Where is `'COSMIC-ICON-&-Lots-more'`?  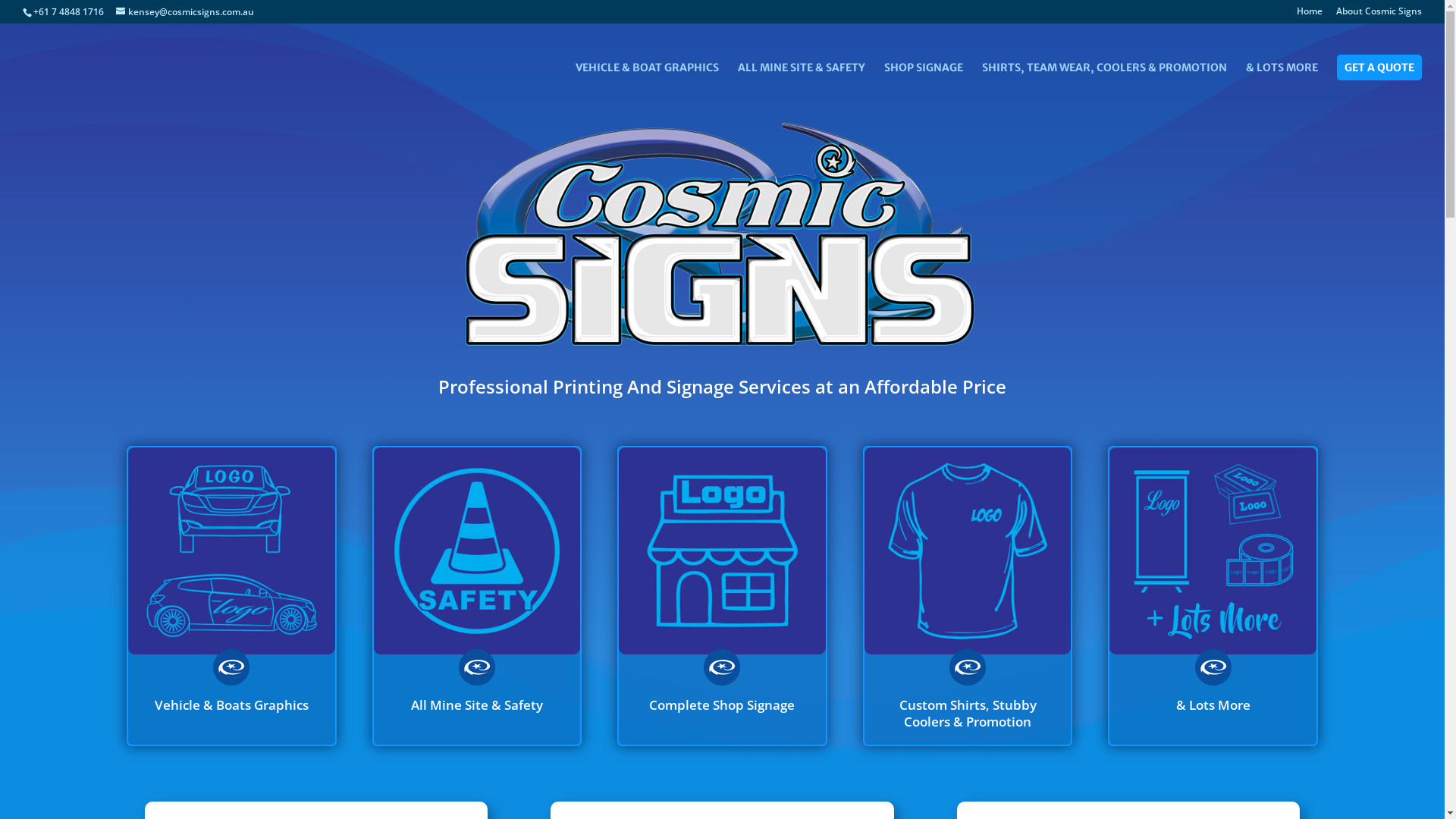 'COSMIC-ICON-&-Lots-more' is located at coordinates (1211, 550).